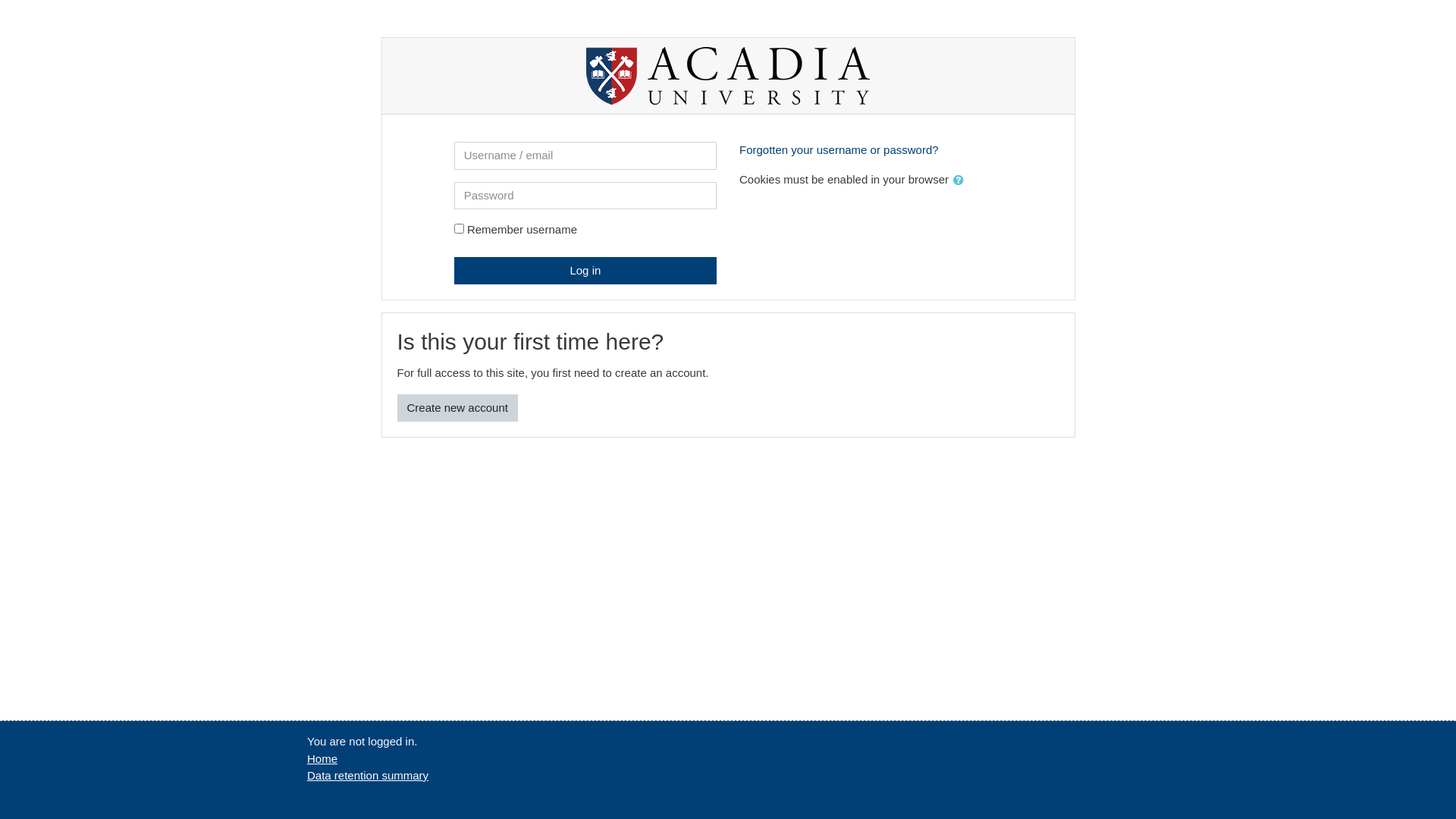  I want to click on 'Create new account', so click(457, 407).